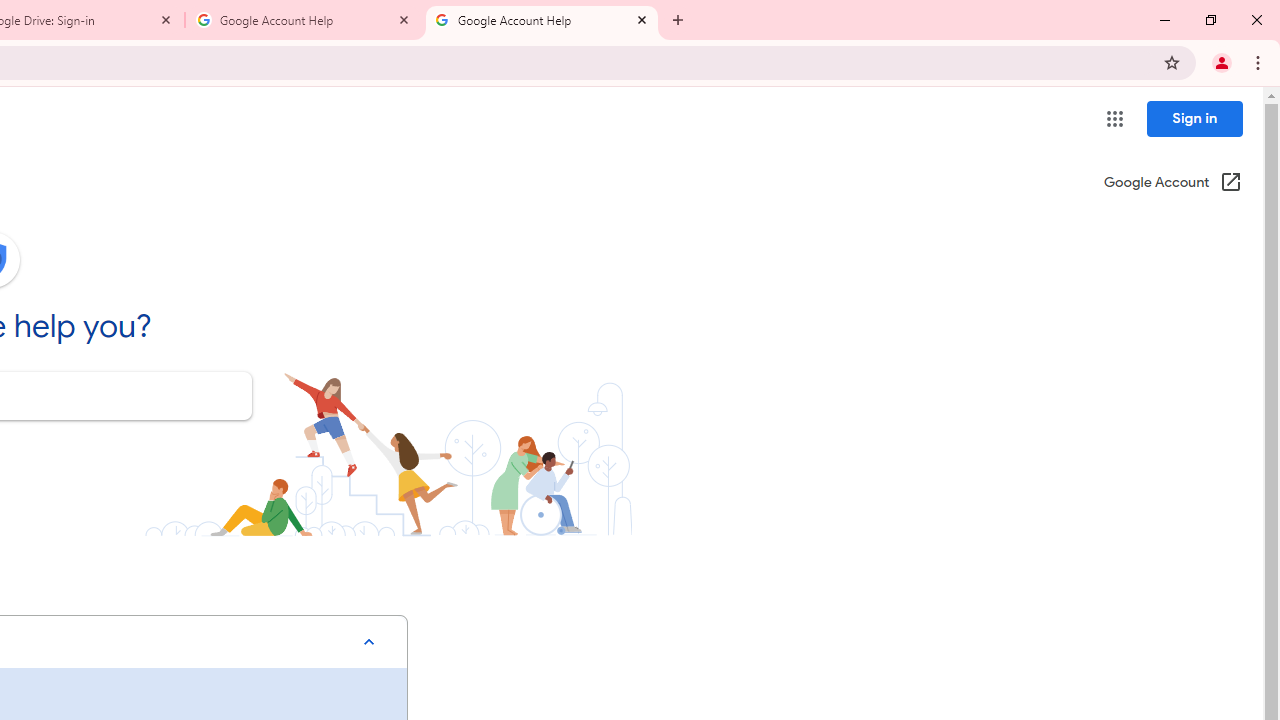  What do you see at coordinates (1173, 183) in the screenshot?
I see `'Google Account (Open in a new window)'` at bounding box center [1173, 183].